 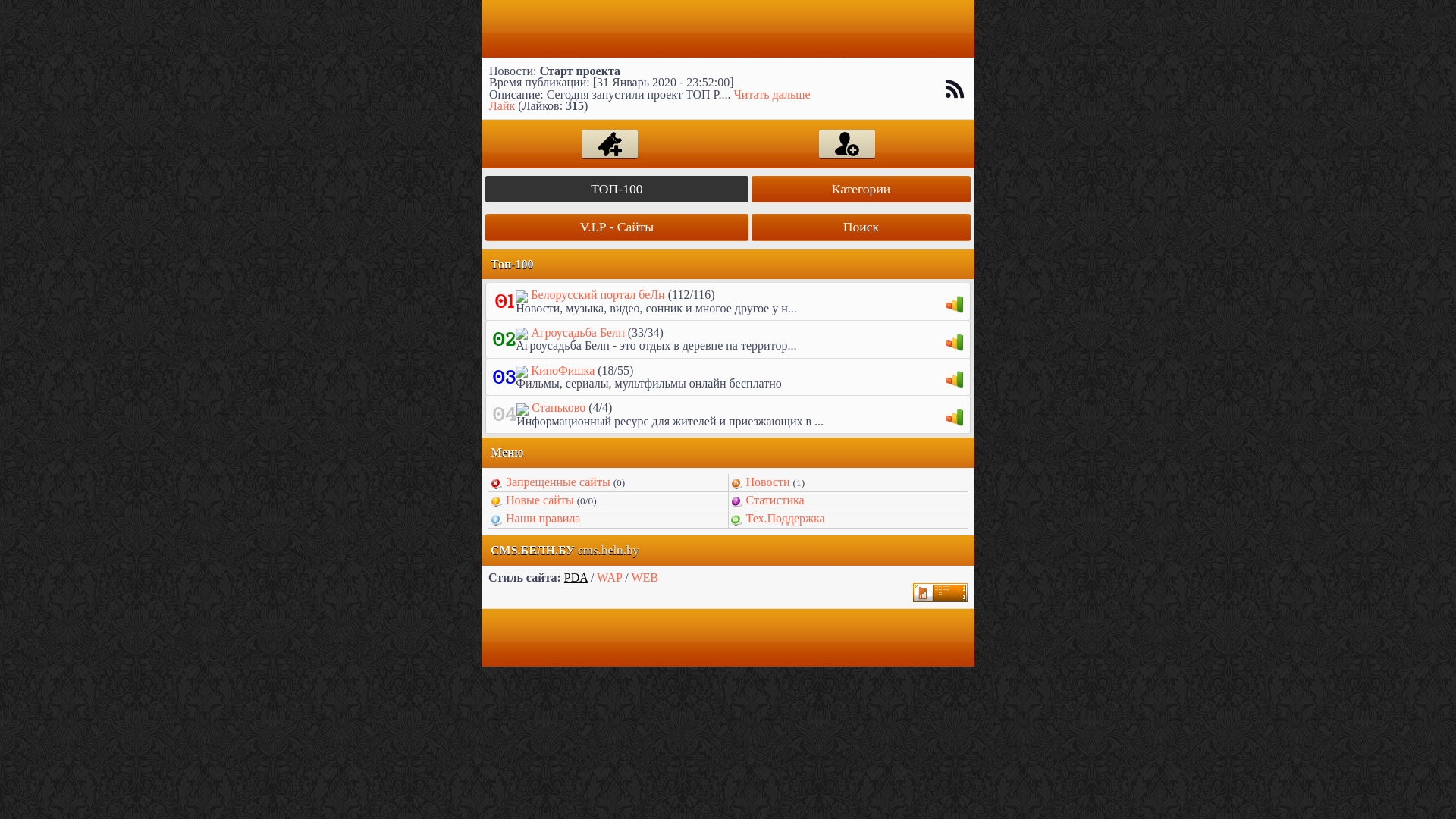 What do you see at coordinates (609, 577) in the screenshot?
I see `'WAP'` at bounding box center [609, 577].